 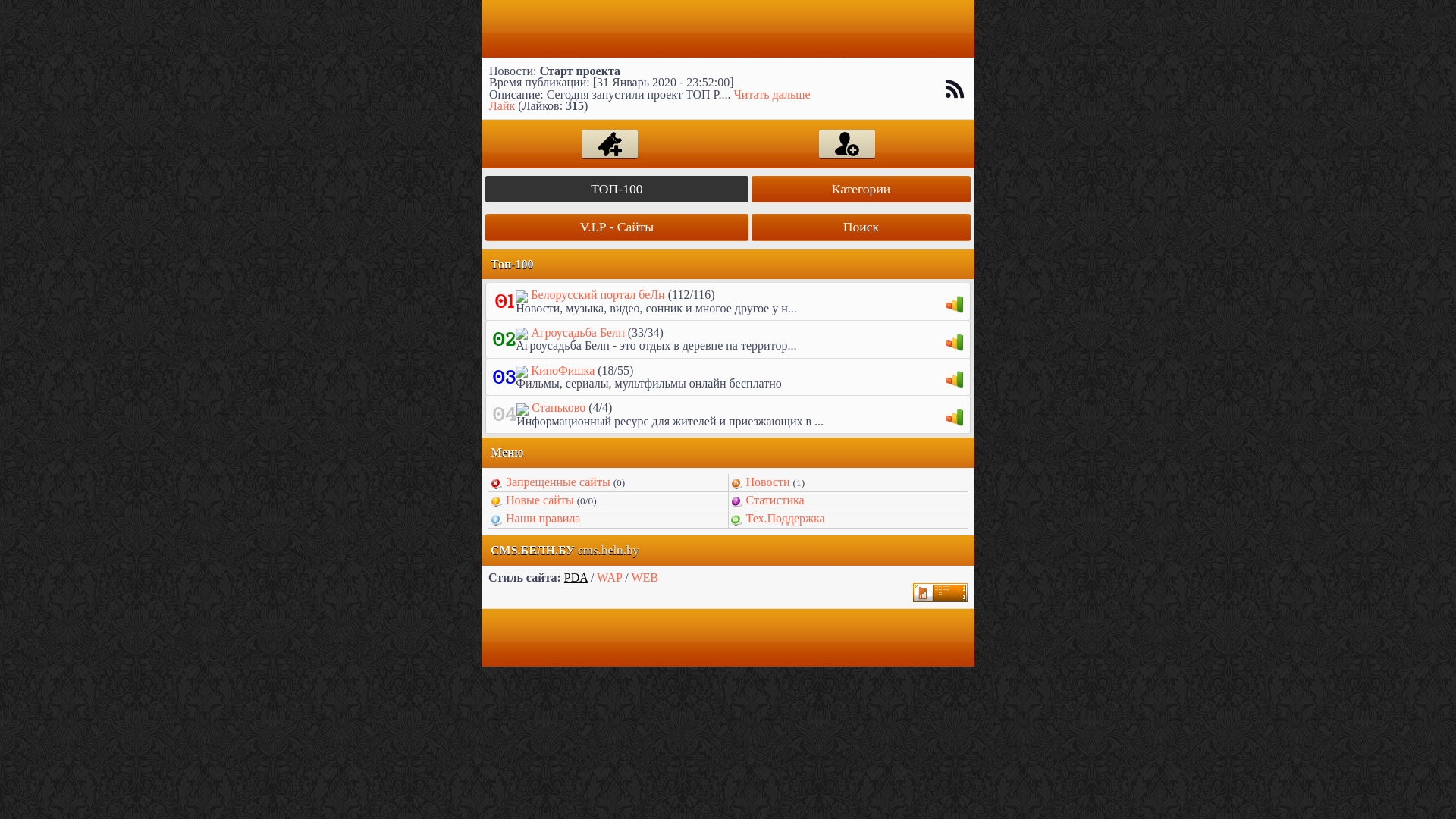 What do you see at coordinates (609, 577) in the screenshot?
I see `'WAP'` at bounding box center [609, 577].